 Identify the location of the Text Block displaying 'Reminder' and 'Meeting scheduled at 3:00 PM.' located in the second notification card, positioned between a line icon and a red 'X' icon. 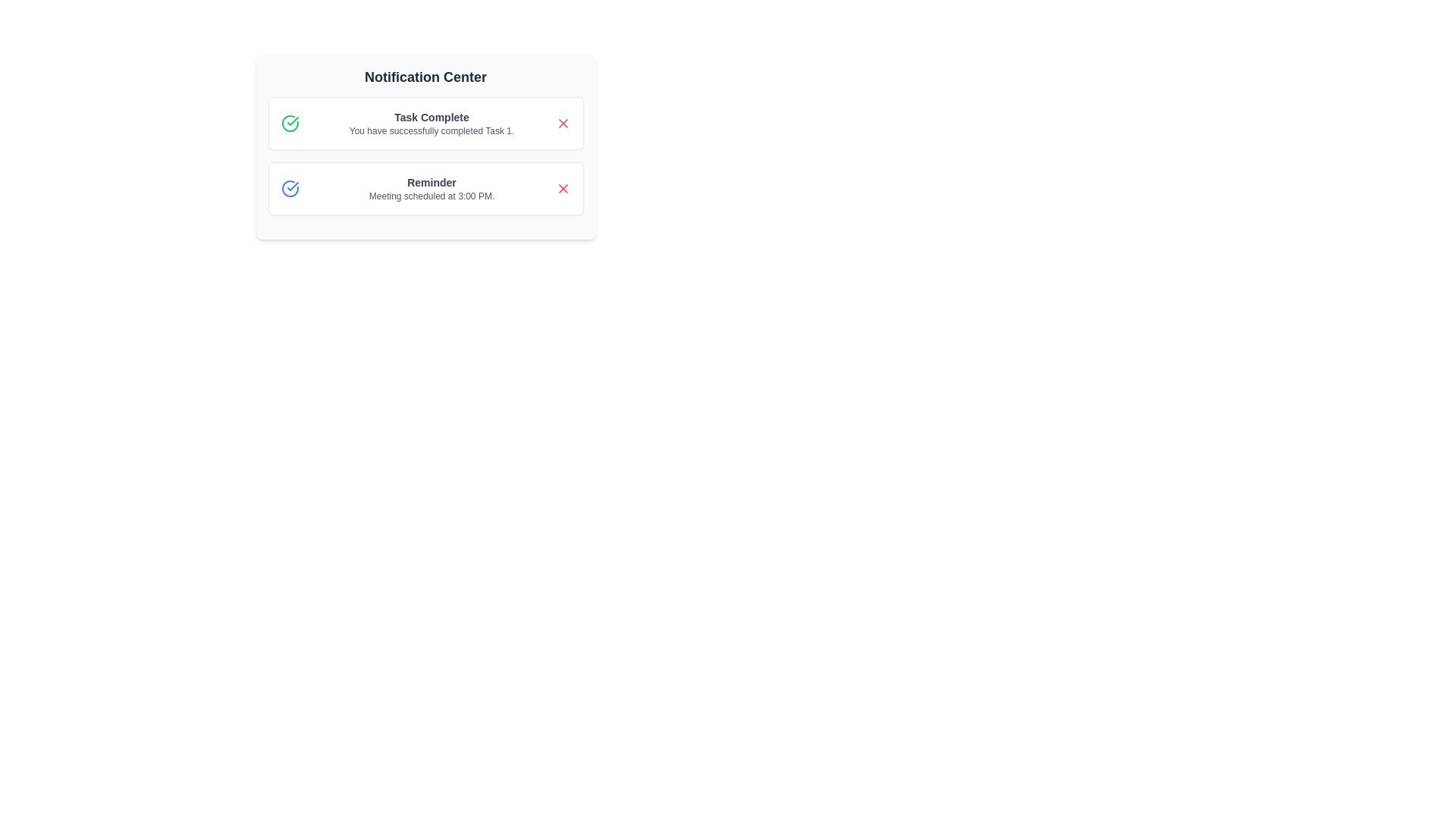
(431, 188).